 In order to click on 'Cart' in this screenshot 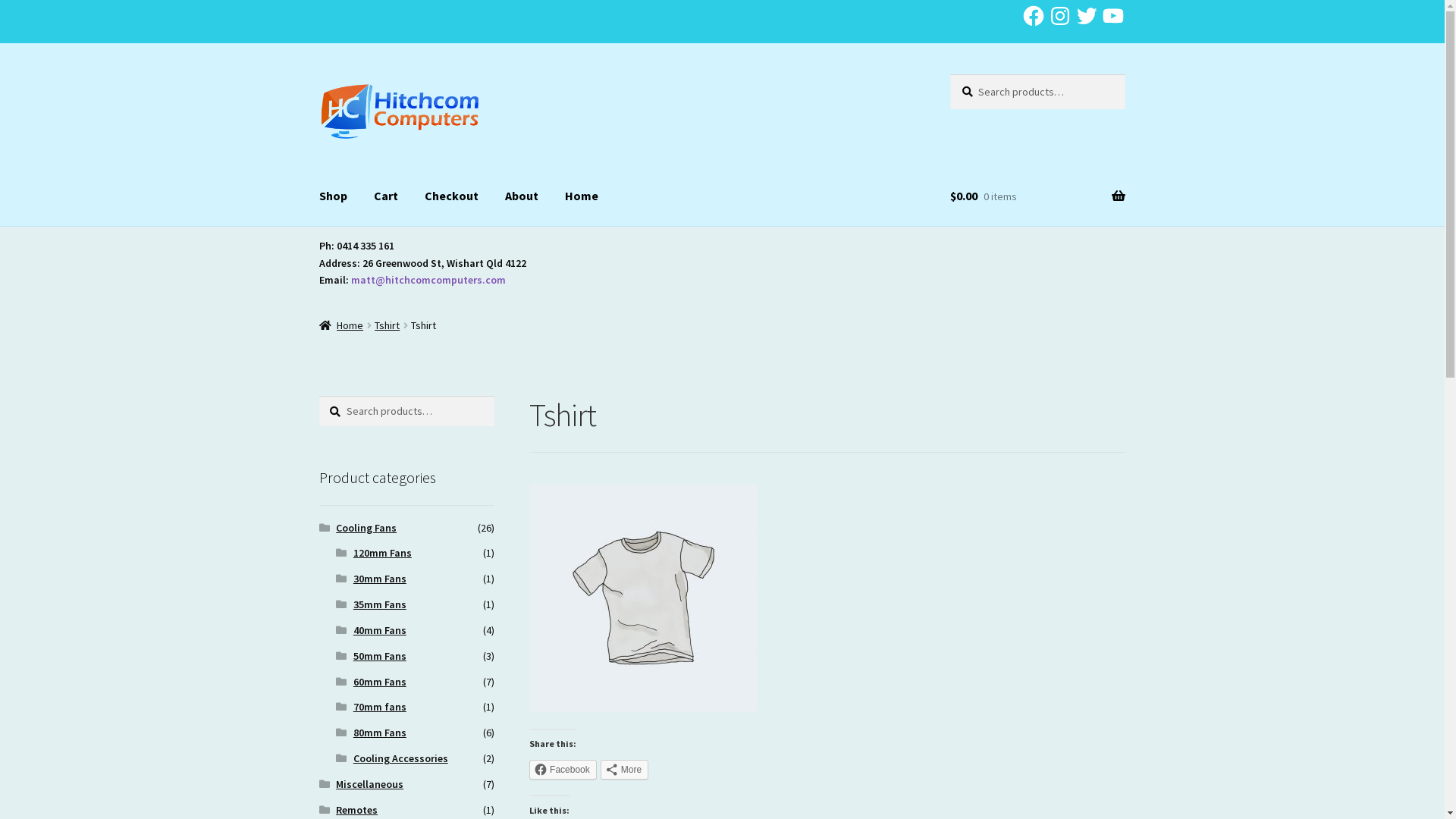, I will do `click(385, 195)`.